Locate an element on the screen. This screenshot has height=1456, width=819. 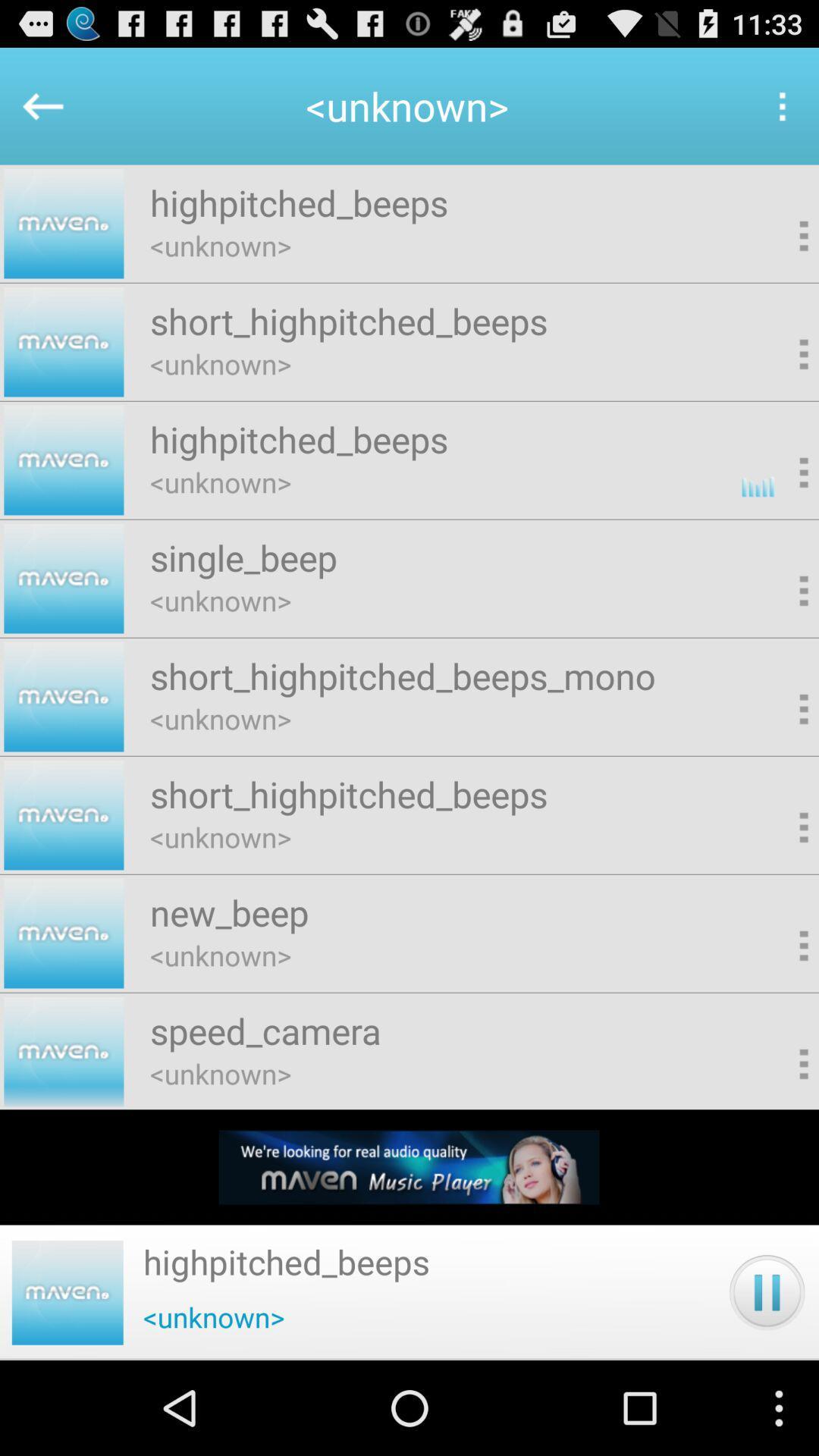
the more icon is located at coordinates (779, 507).